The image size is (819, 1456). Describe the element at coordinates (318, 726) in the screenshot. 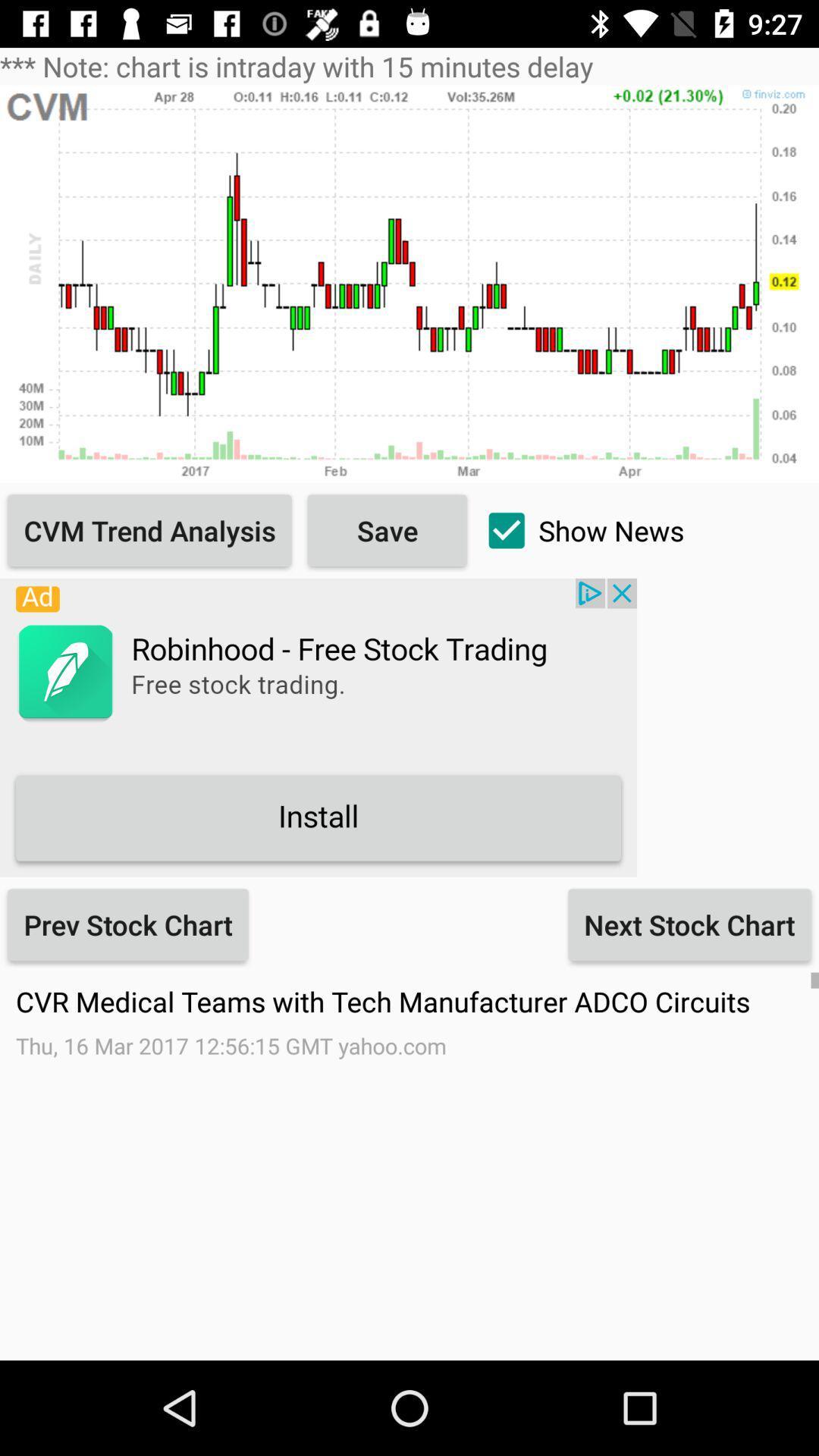

I see `advertisement` at that location.